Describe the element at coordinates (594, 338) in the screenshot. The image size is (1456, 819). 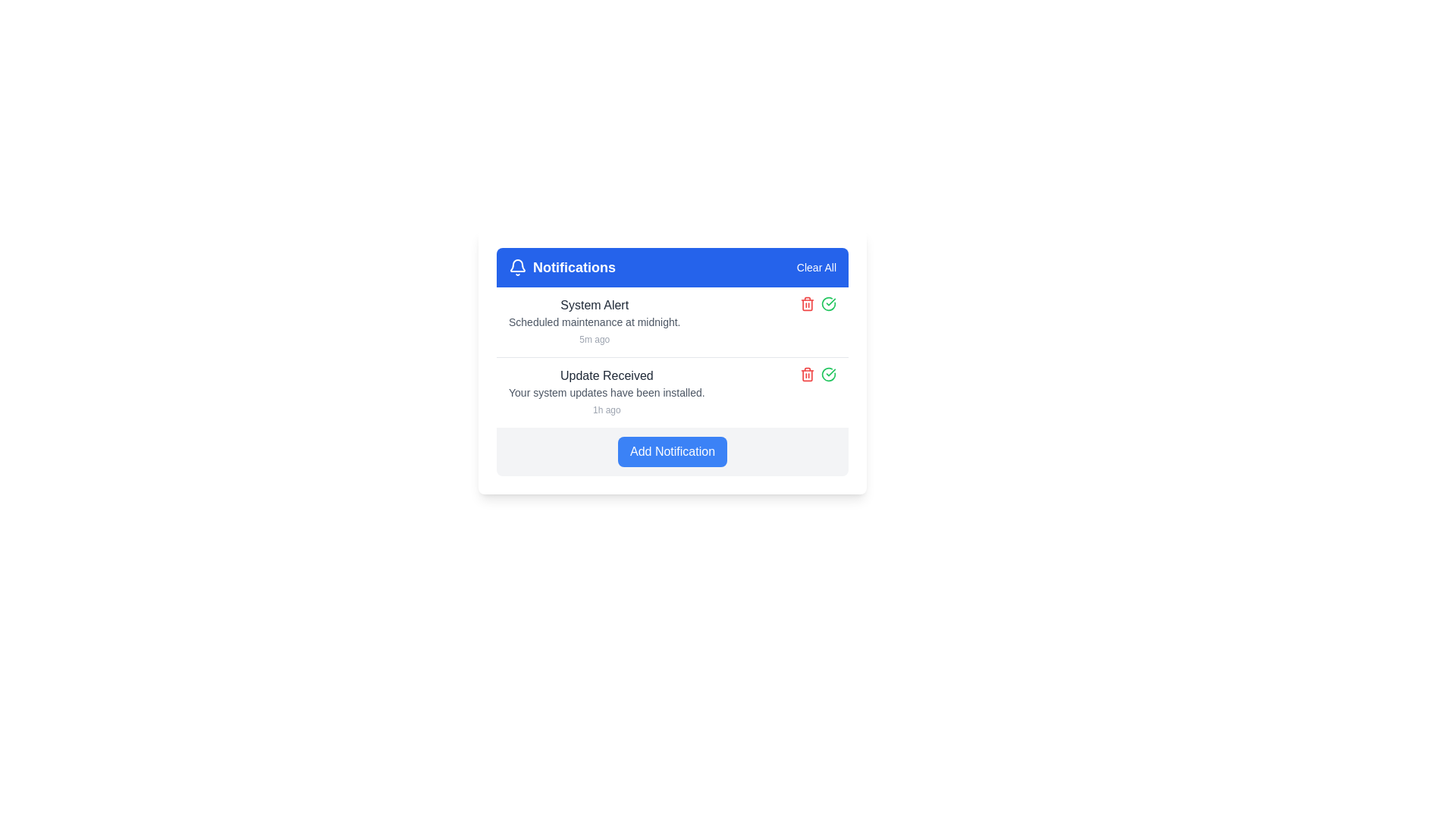
I see `the small text display showing '5m ago' in light gray, located at the bottom of the 'System Alert' notification card` at that location.